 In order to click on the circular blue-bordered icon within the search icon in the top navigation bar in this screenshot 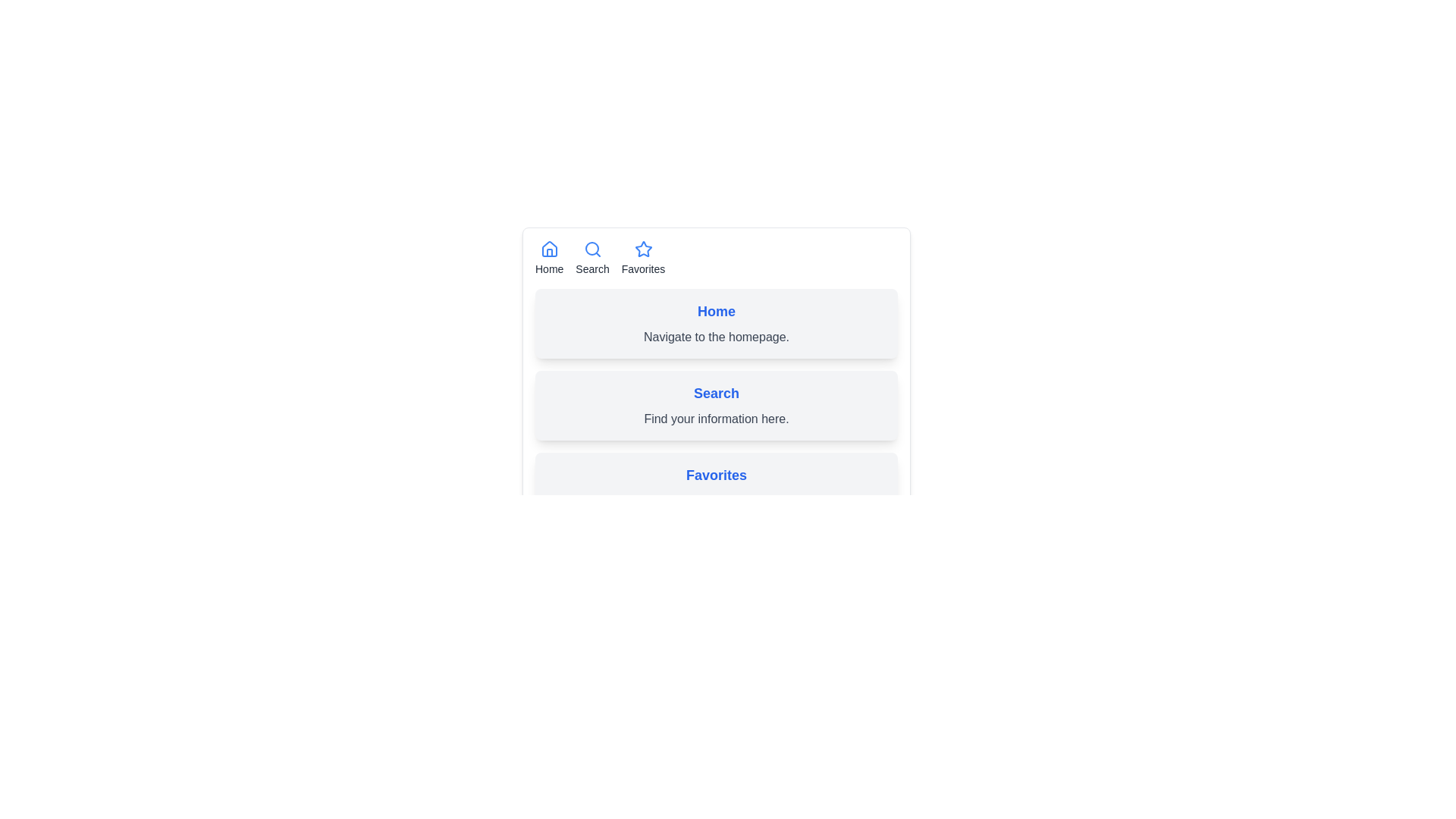, I will do `click(591, 247)`.